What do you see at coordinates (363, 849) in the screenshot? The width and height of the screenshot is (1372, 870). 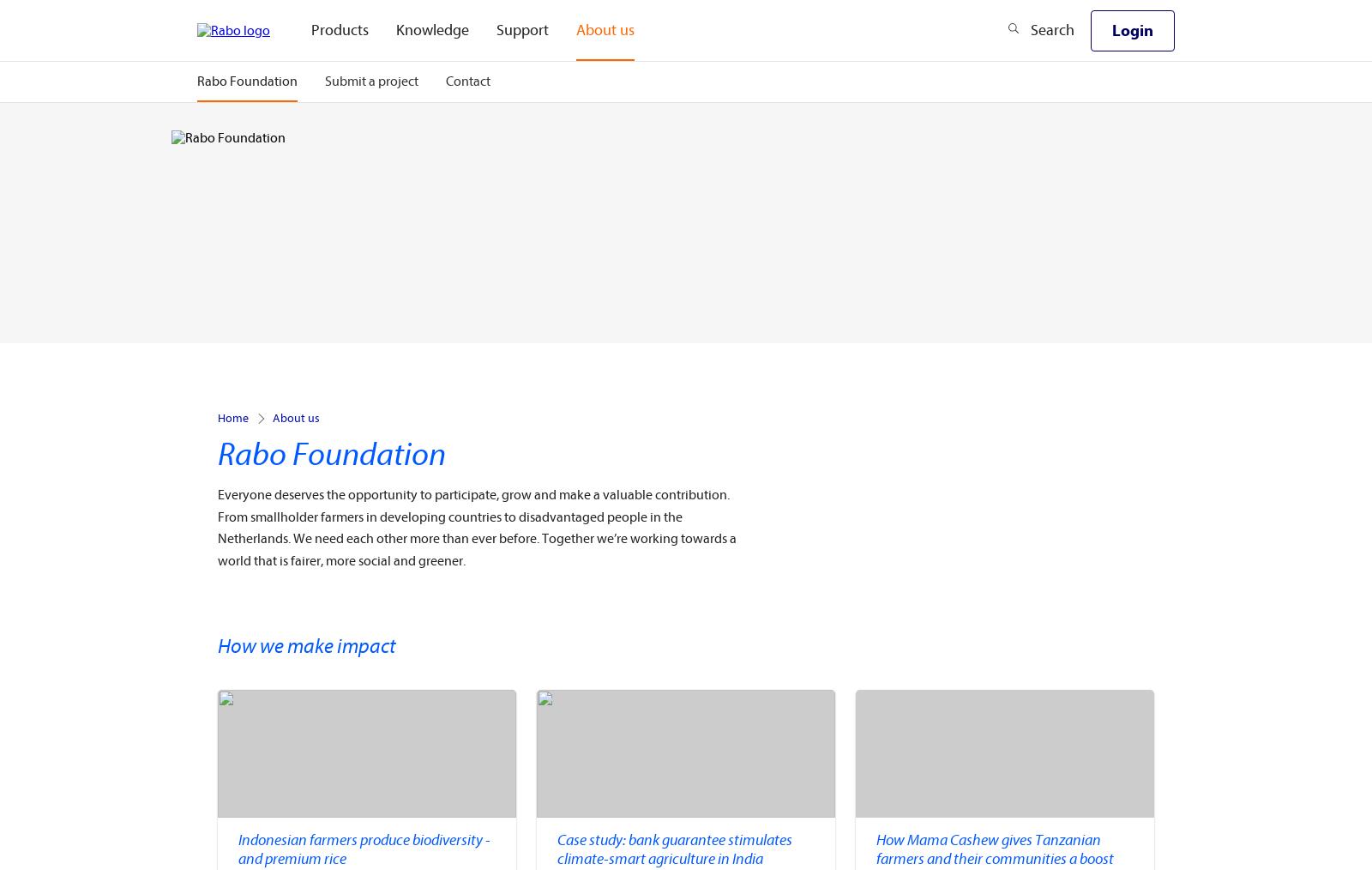 I see `'Indonesian farmers produce biodiversity - and premium rice'` at bounding box center [363, 849].